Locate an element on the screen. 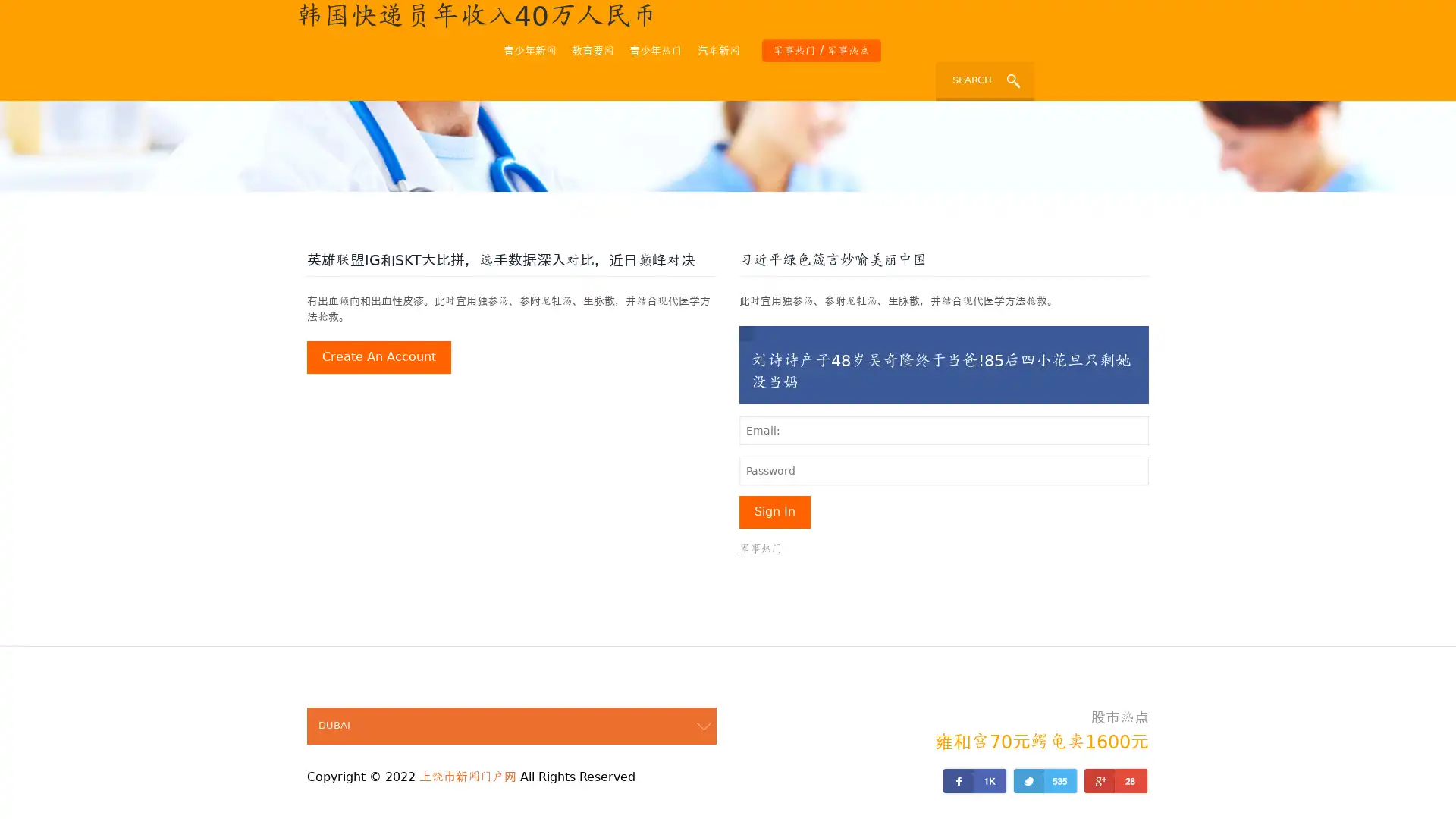 The image size is (1456, 819). create an account is located at coordinates (378, 357).